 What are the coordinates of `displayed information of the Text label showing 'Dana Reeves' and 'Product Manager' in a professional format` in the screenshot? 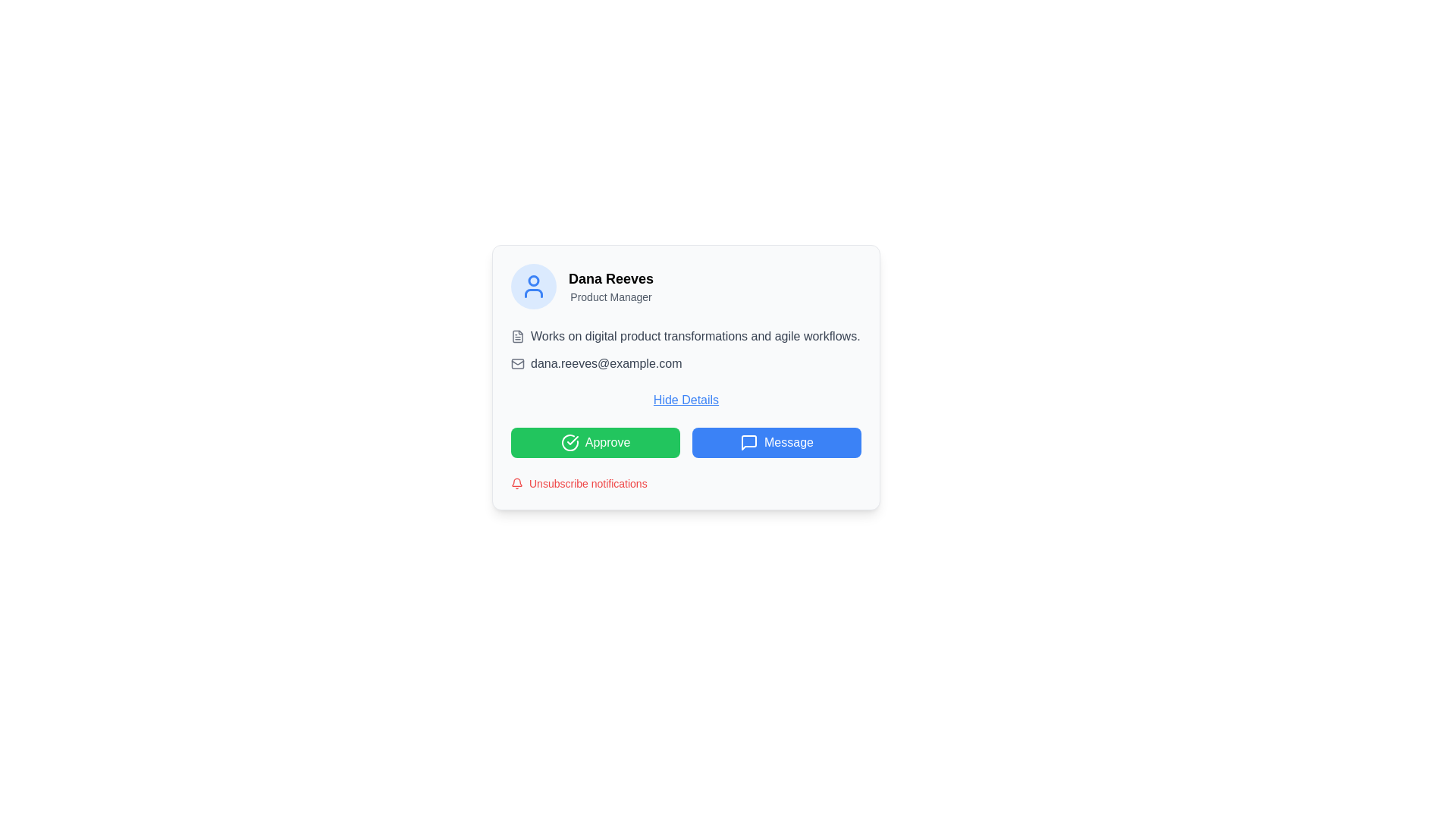 It's located at (611, 287).